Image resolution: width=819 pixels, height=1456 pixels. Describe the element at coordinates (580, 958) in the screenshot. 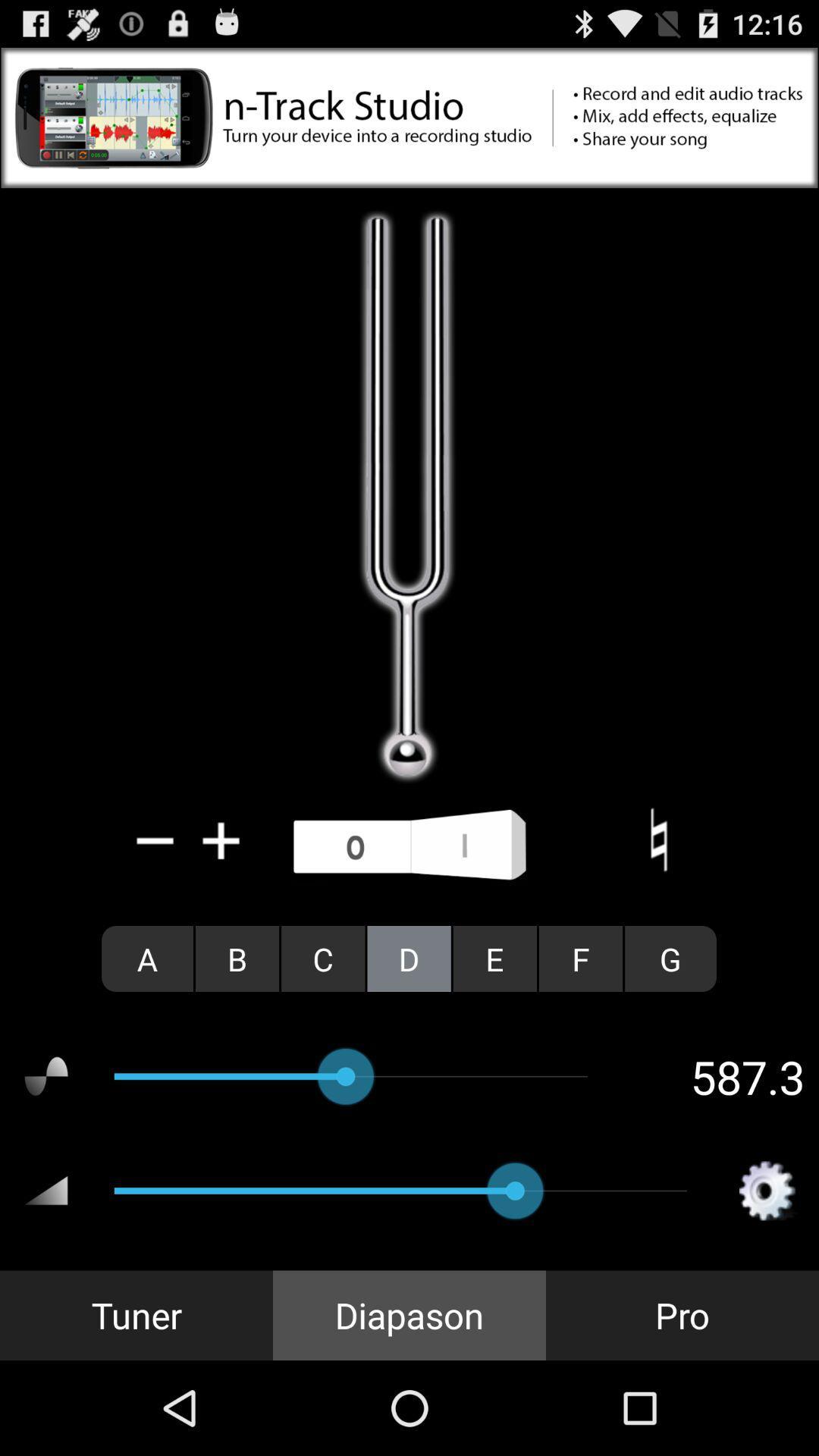

I see `the radio button next to the e` at that location.